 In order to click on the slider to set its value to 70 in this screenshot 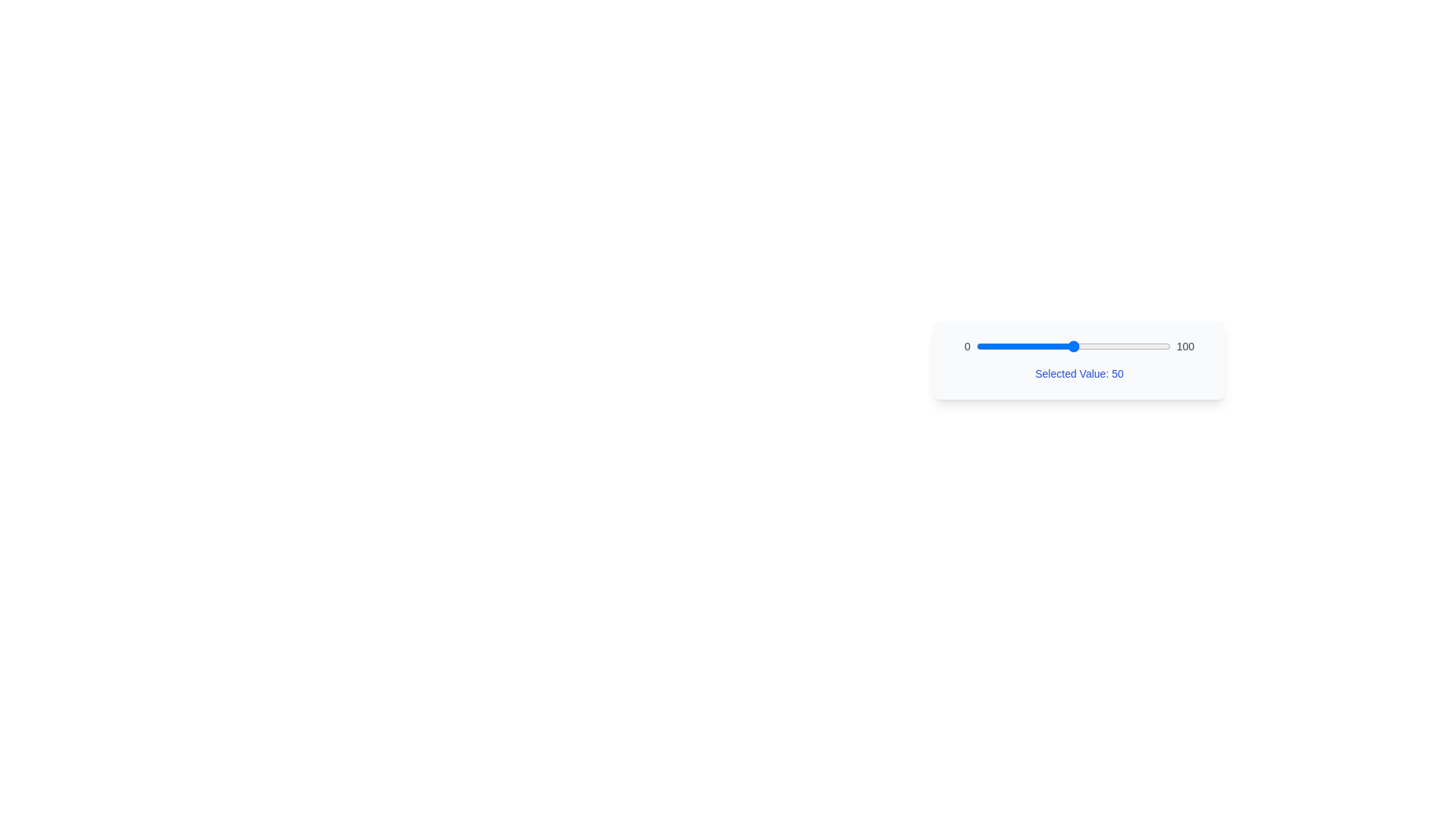, I will do `click(1112, 346)`.